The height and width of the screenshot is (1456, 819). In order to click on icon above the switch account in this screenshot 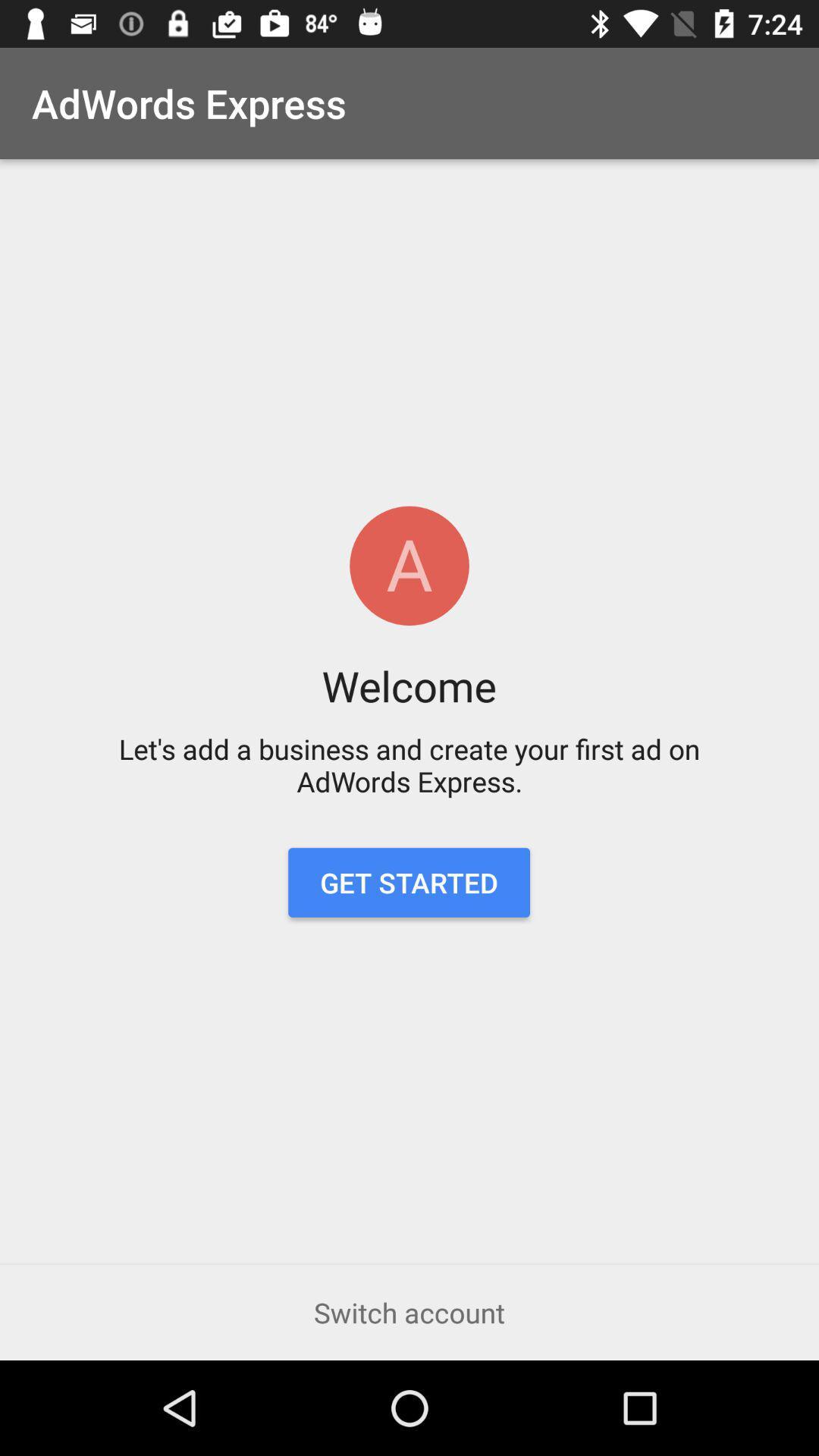, I will do `click(408, 883)`.